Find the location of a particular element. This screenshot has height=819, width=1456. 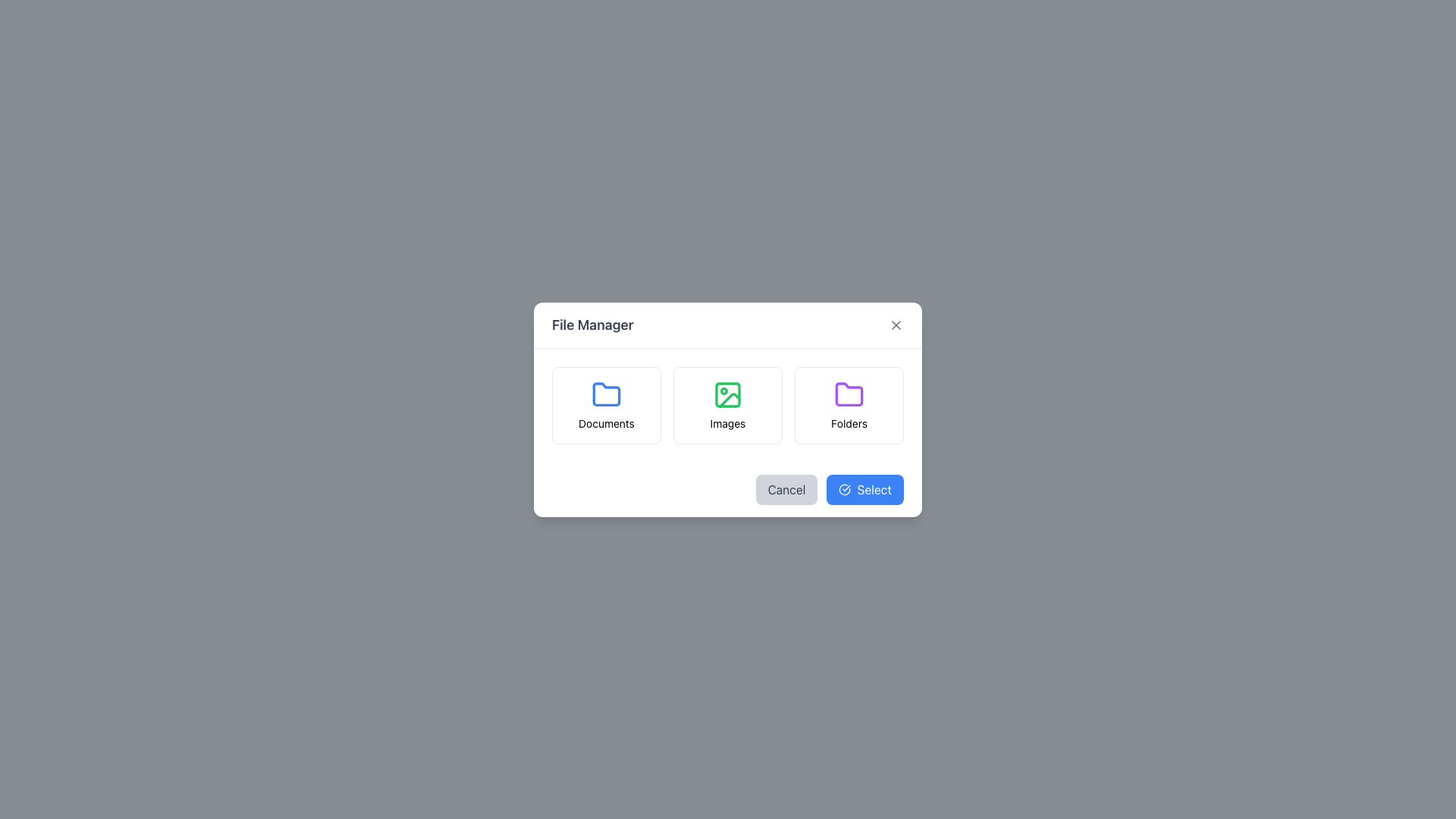

the close button located to the far right of the modal header, following the text 'File Manager' is located at coordinates (896, 324).